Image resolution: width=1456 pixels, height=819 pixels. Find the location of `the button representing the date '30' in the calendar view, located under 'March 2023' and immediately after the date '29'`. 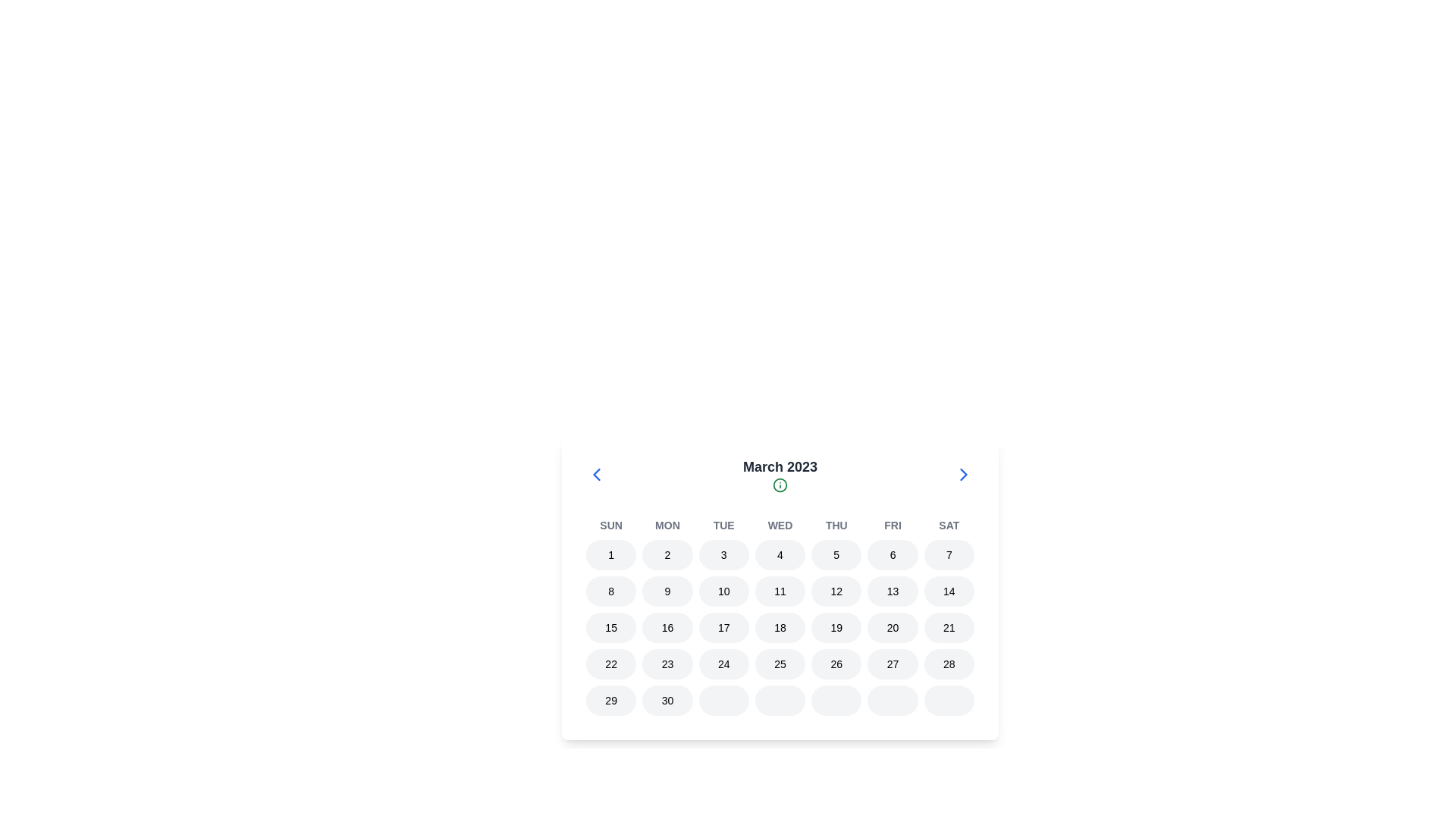

the button representing the date '30' in the calendar view, located under 'March 2023' and immediately after the date '29' is located at coordinates (667, 701).